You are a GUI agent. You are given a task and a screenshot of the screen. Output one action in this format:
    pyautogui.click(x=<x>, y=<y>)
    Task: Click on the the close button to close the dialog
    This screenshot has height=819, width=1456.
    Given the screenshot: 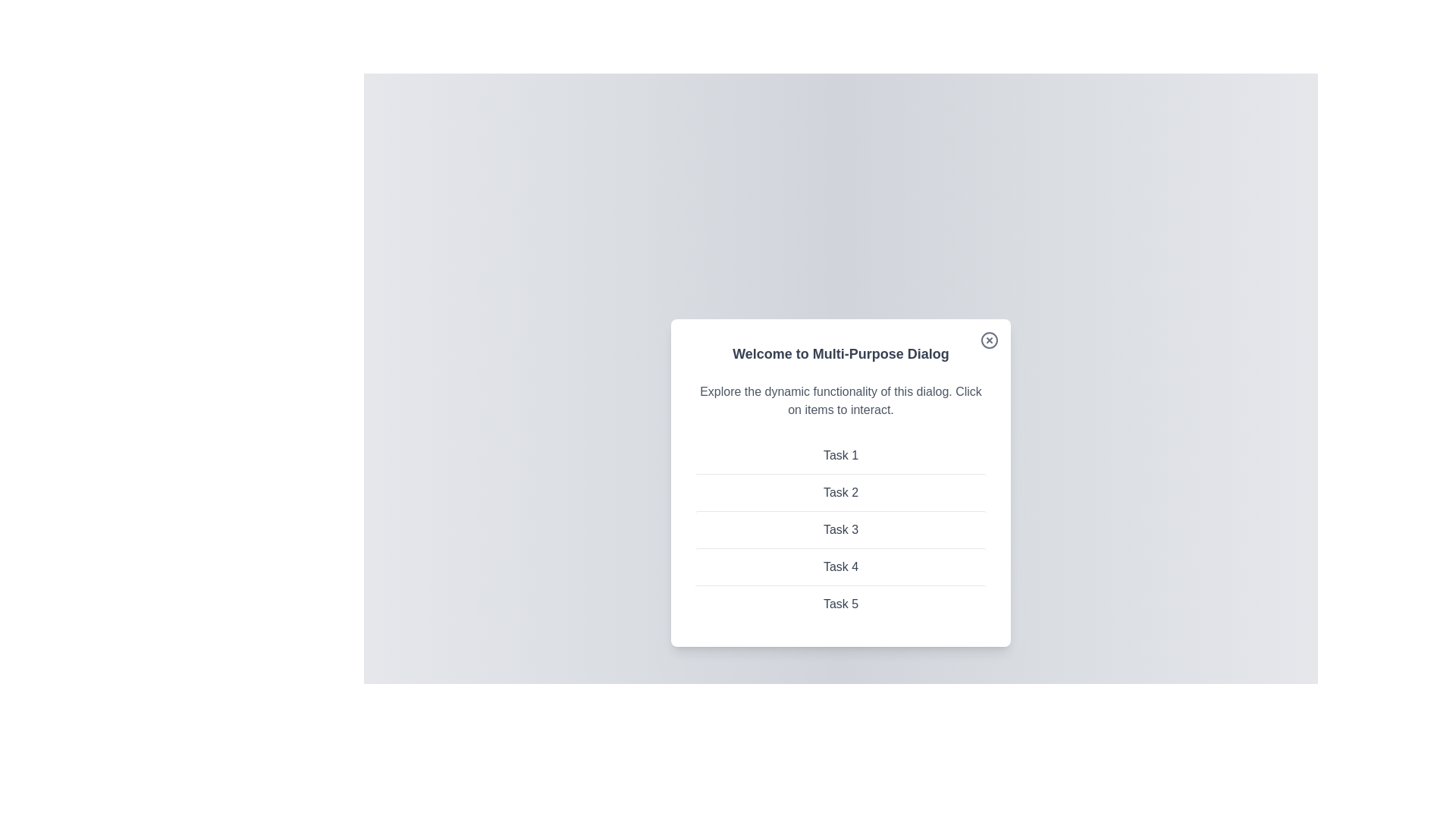 What is the action you would take?
    pyautogui.click(x=990, y=339)
    